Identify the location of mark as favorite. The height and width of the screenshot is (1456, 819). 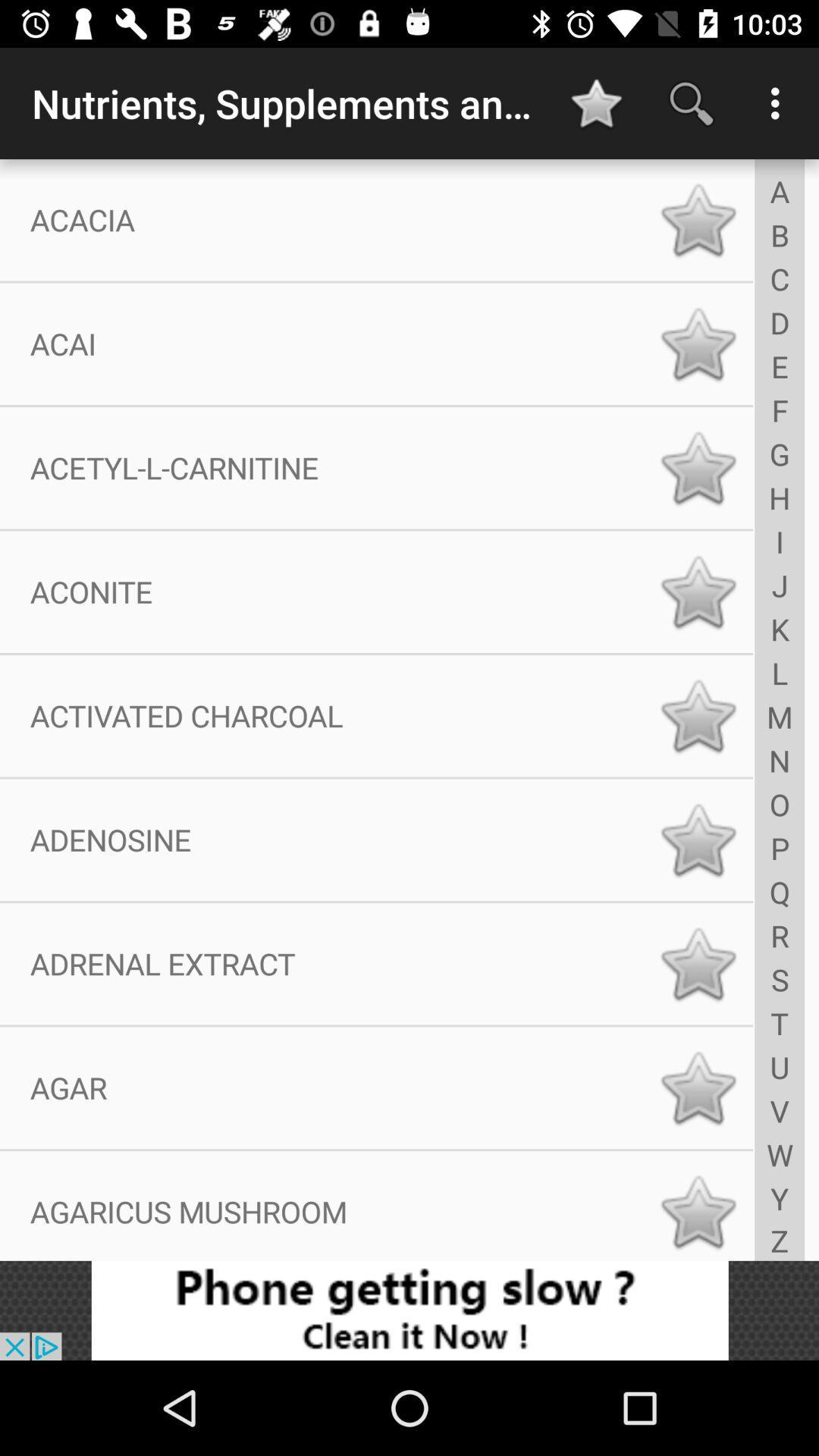
(698, 1211).